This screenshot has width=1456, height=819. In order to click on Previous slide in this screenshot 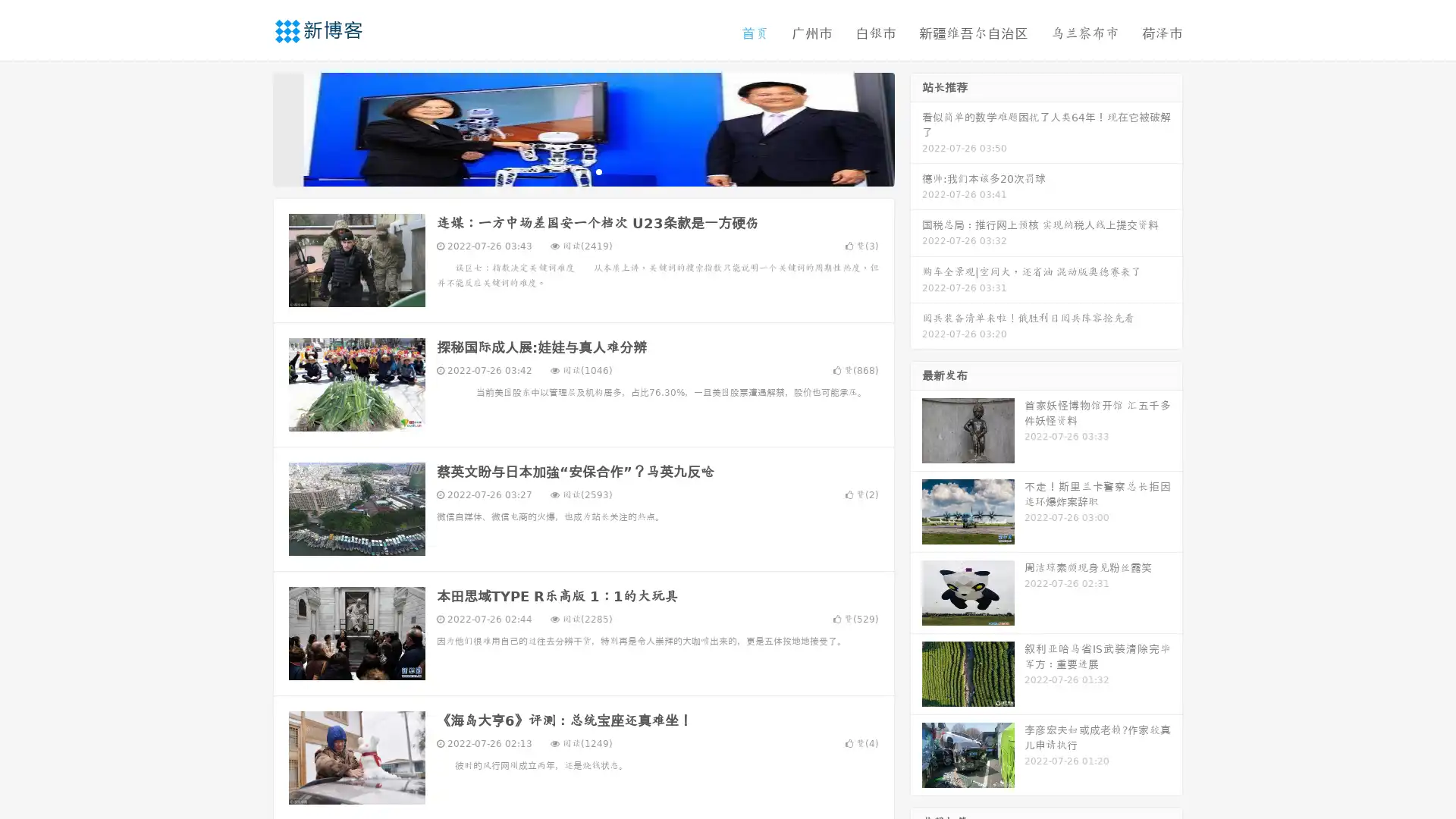, I will do `click(250, 127)`.